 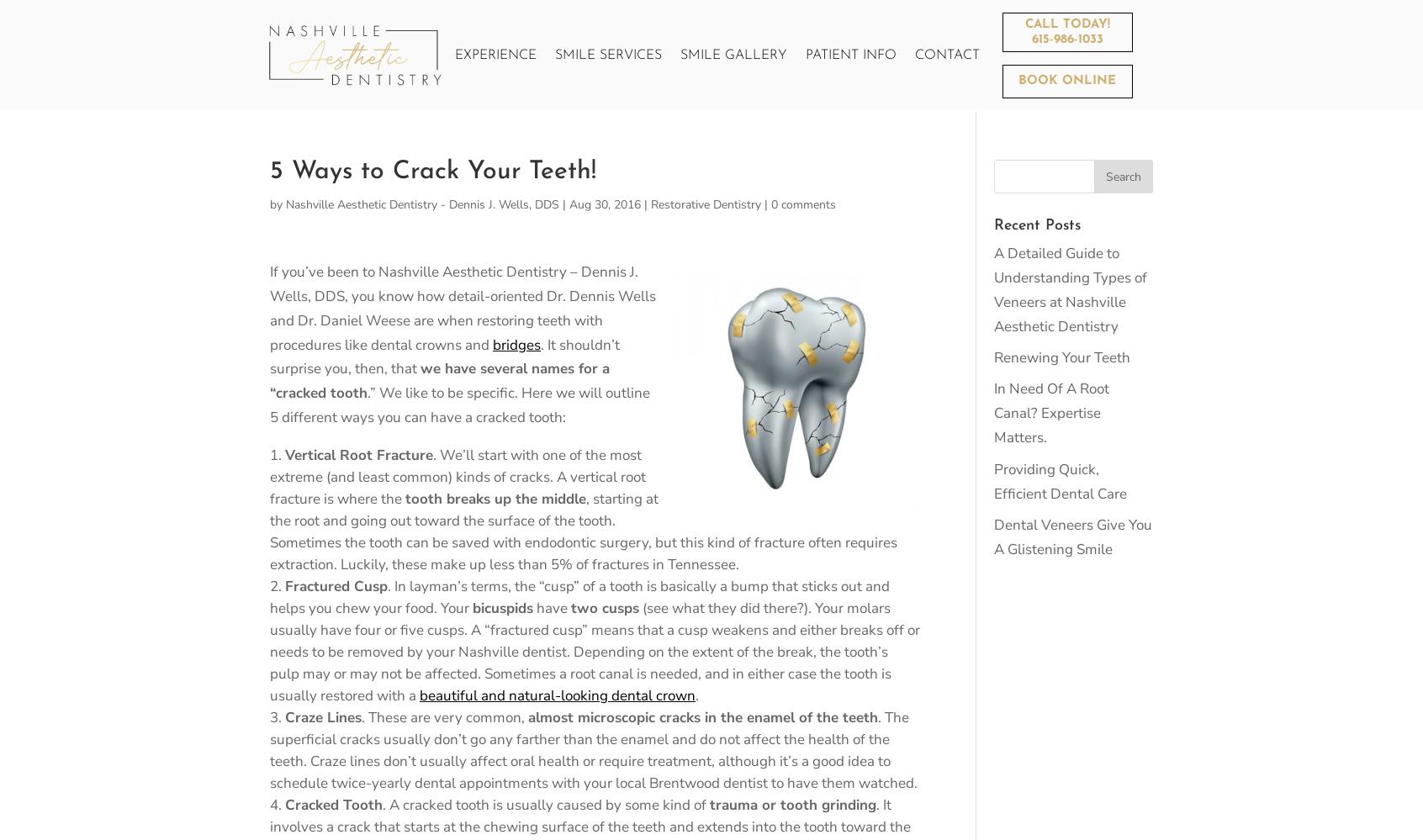 I want to click on 'have', so click(x=552, y=607).